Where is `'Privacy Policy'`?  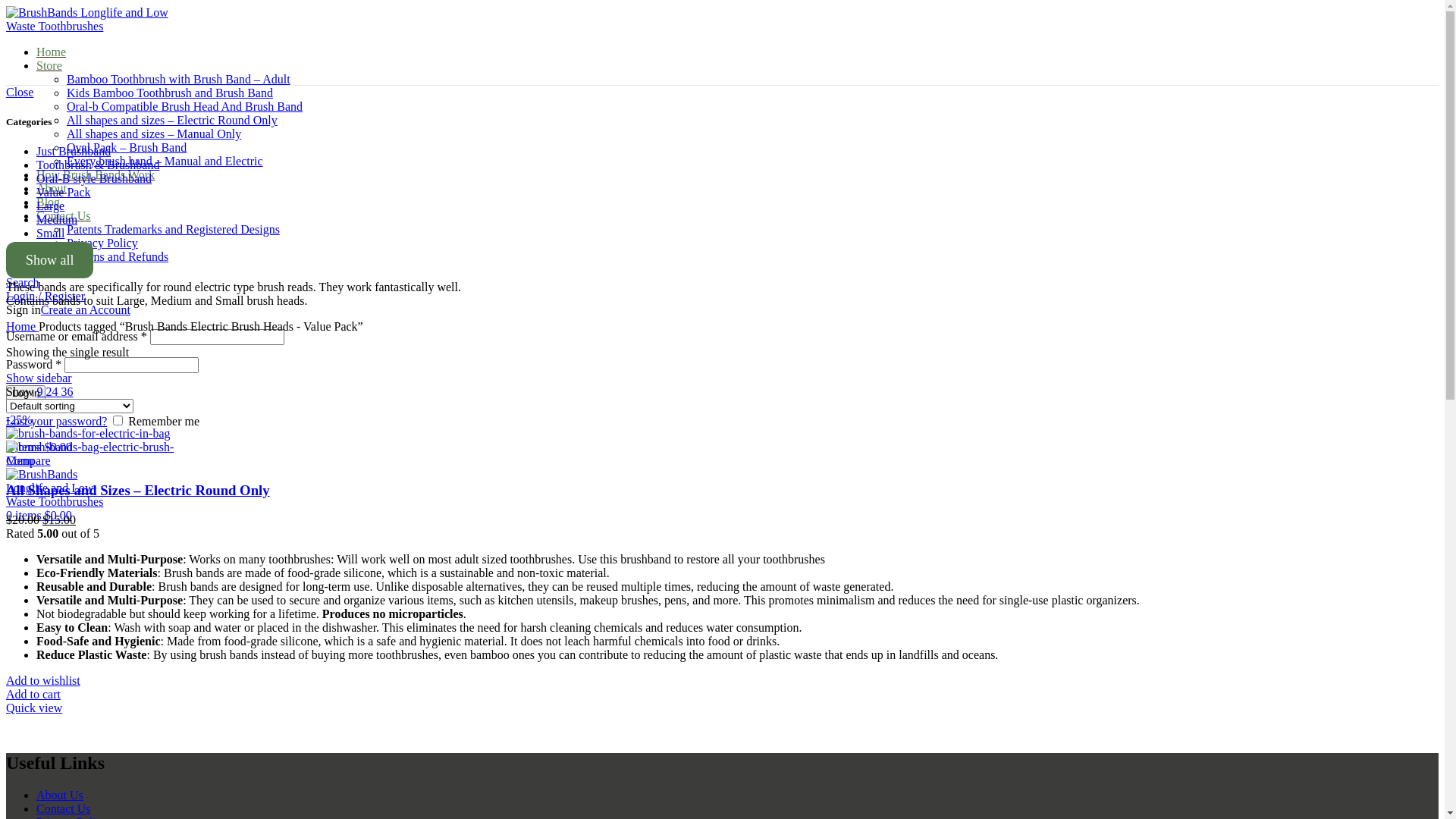
'Privacy Policy' is located at coordinates (101, 242).